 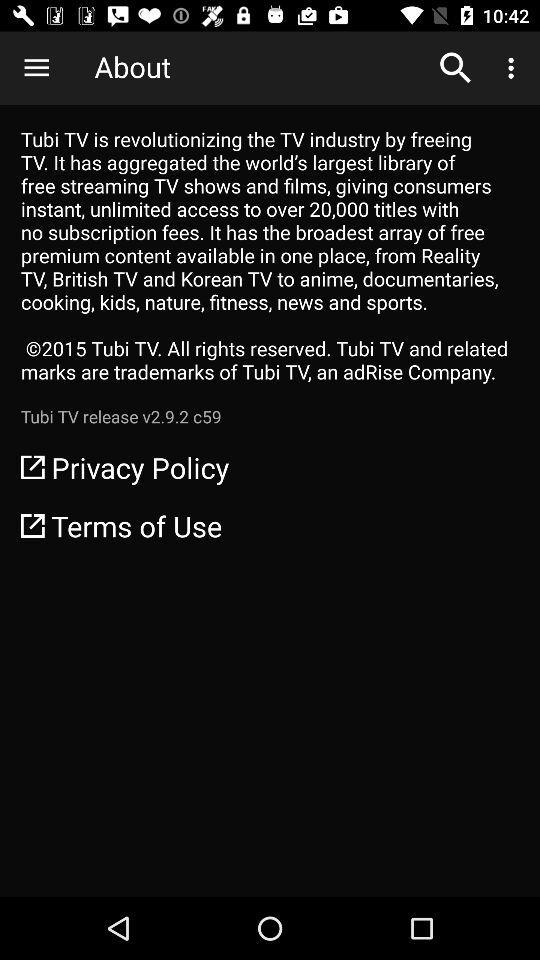 What do you see at coordinates (36, 68) in the screenshot?
I see `icon to the left of the about icon` at bounding box center [36, 68].